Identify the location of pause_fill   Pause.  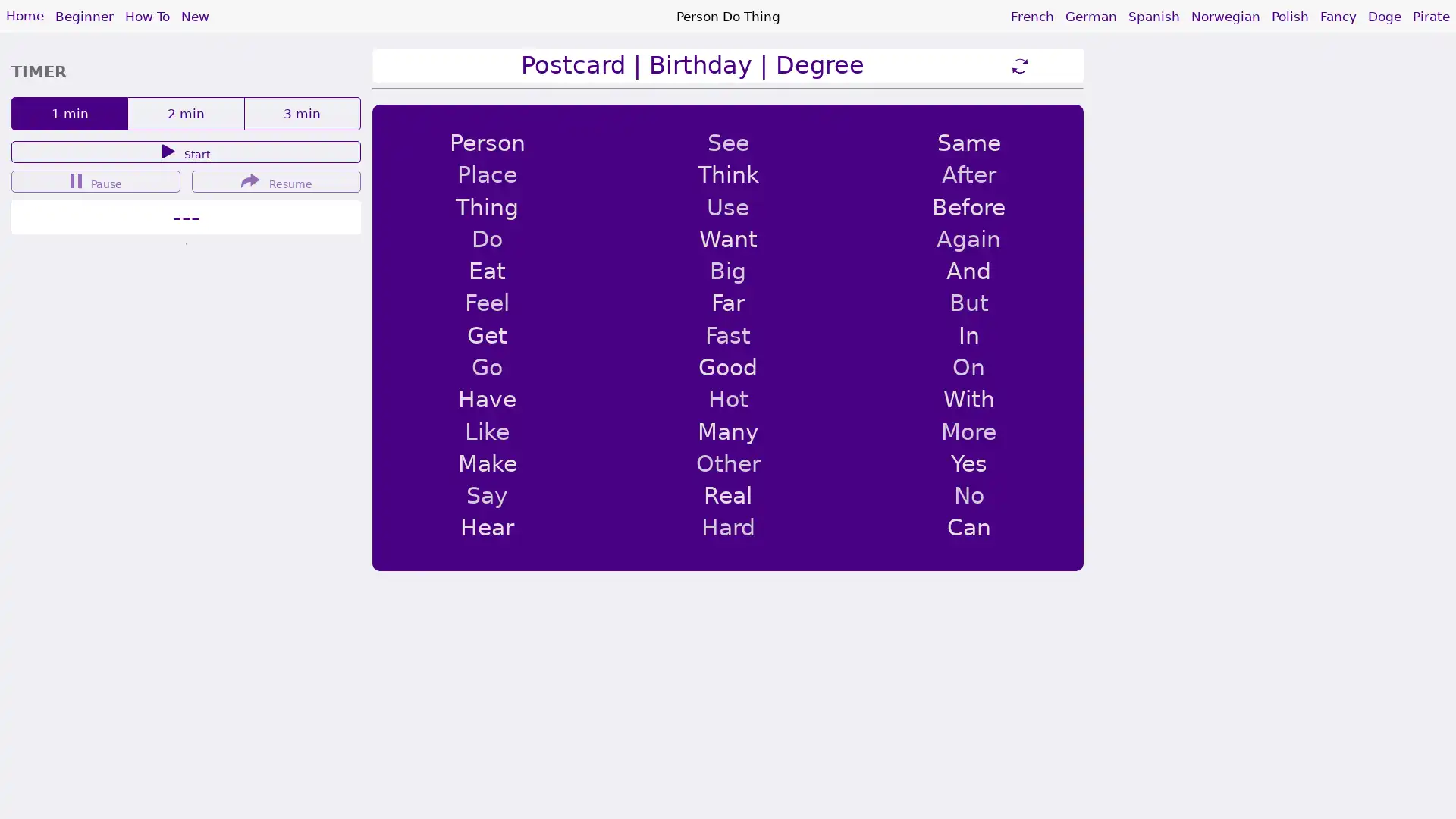
(95, 180).